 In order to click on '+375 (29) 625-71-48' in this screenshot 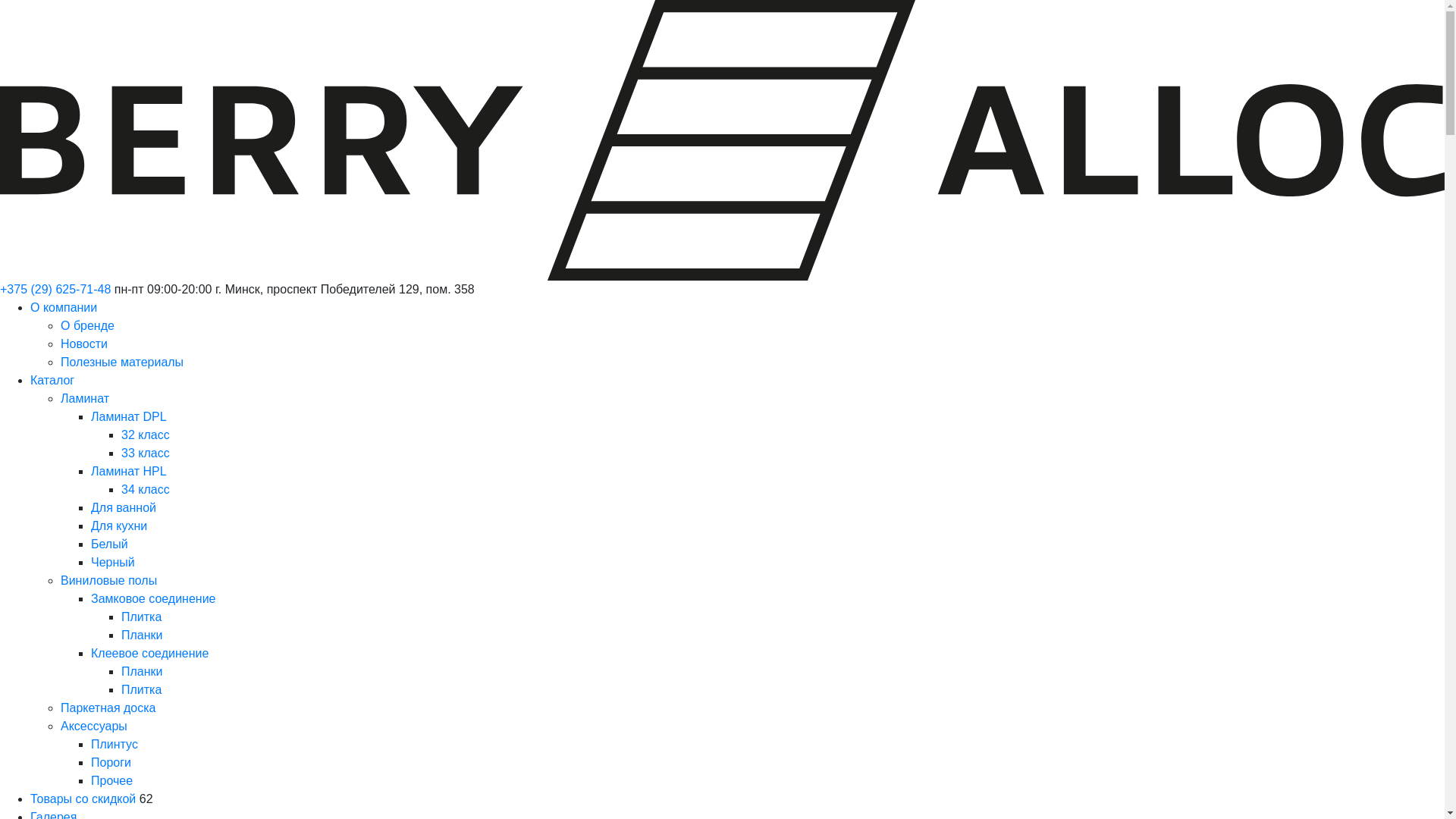, I will do `click(55, 289)`.